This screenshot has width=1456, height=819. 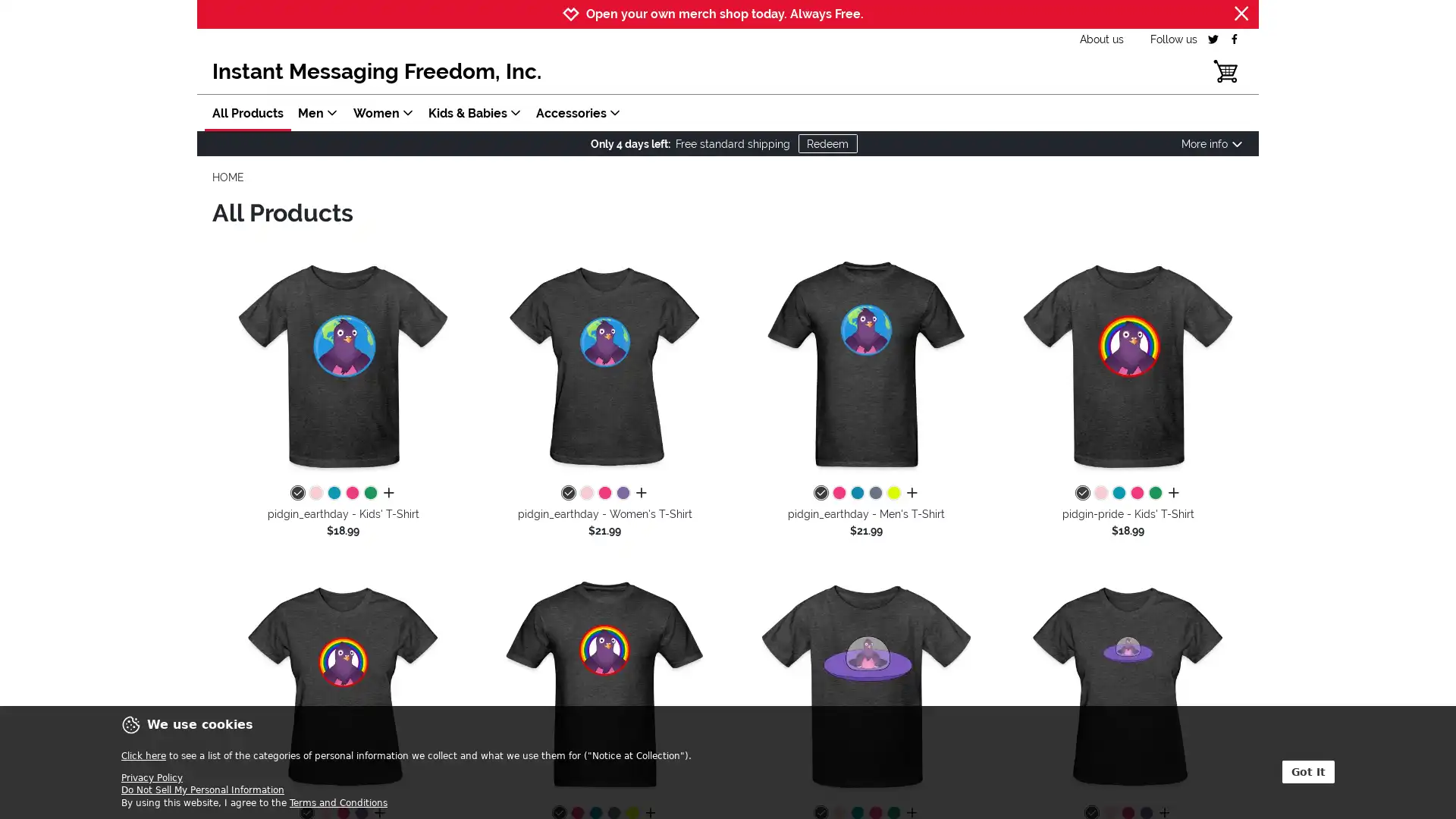 I want to click on pidgin-pride - Men's T-Shirt, so click(x=604, y=686).